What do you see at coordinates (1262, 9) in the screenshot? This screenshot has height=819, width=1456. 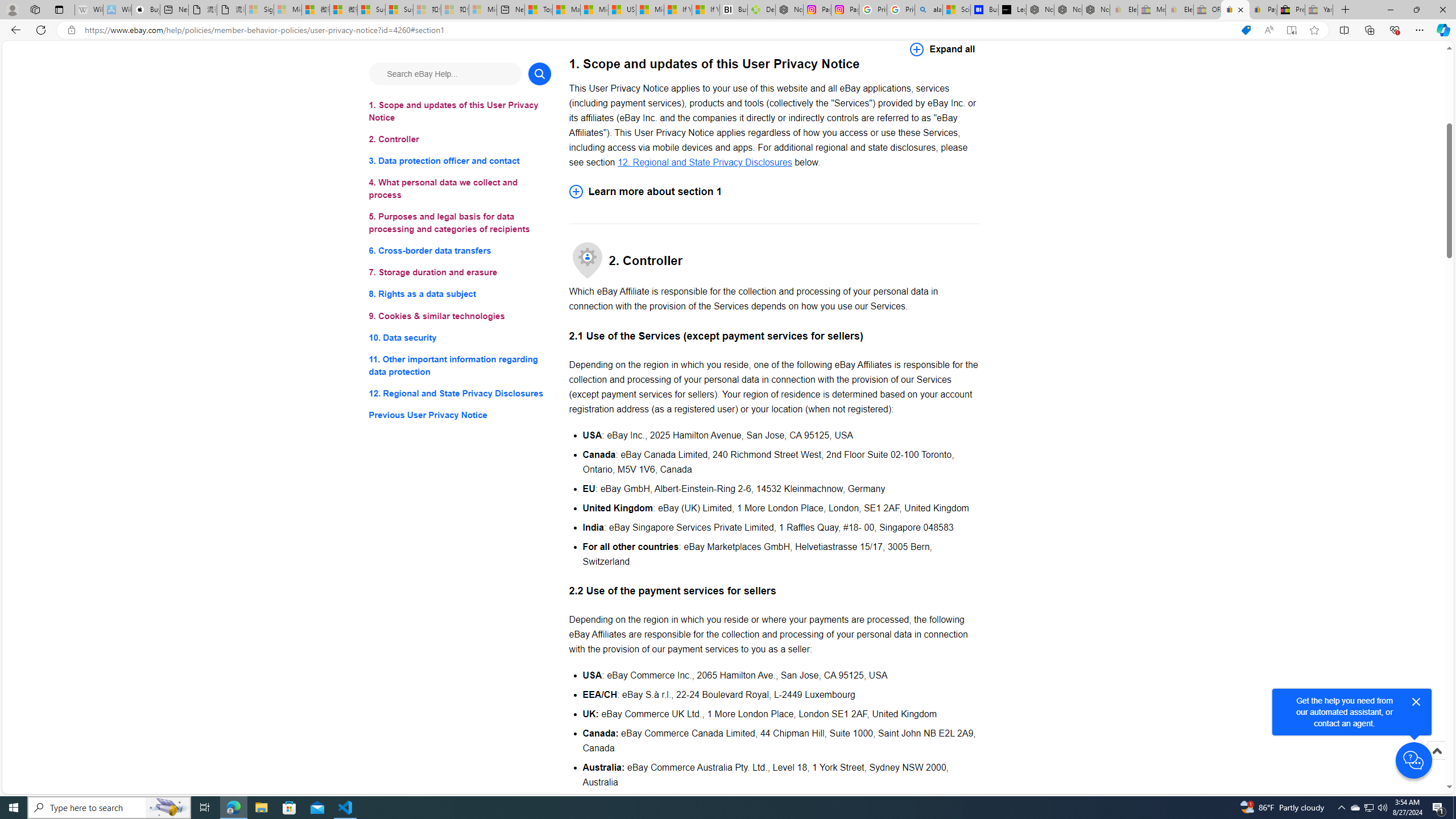 I see `'Payments Terms of Use | eBay.com'` at bounding box center [1262, 9].